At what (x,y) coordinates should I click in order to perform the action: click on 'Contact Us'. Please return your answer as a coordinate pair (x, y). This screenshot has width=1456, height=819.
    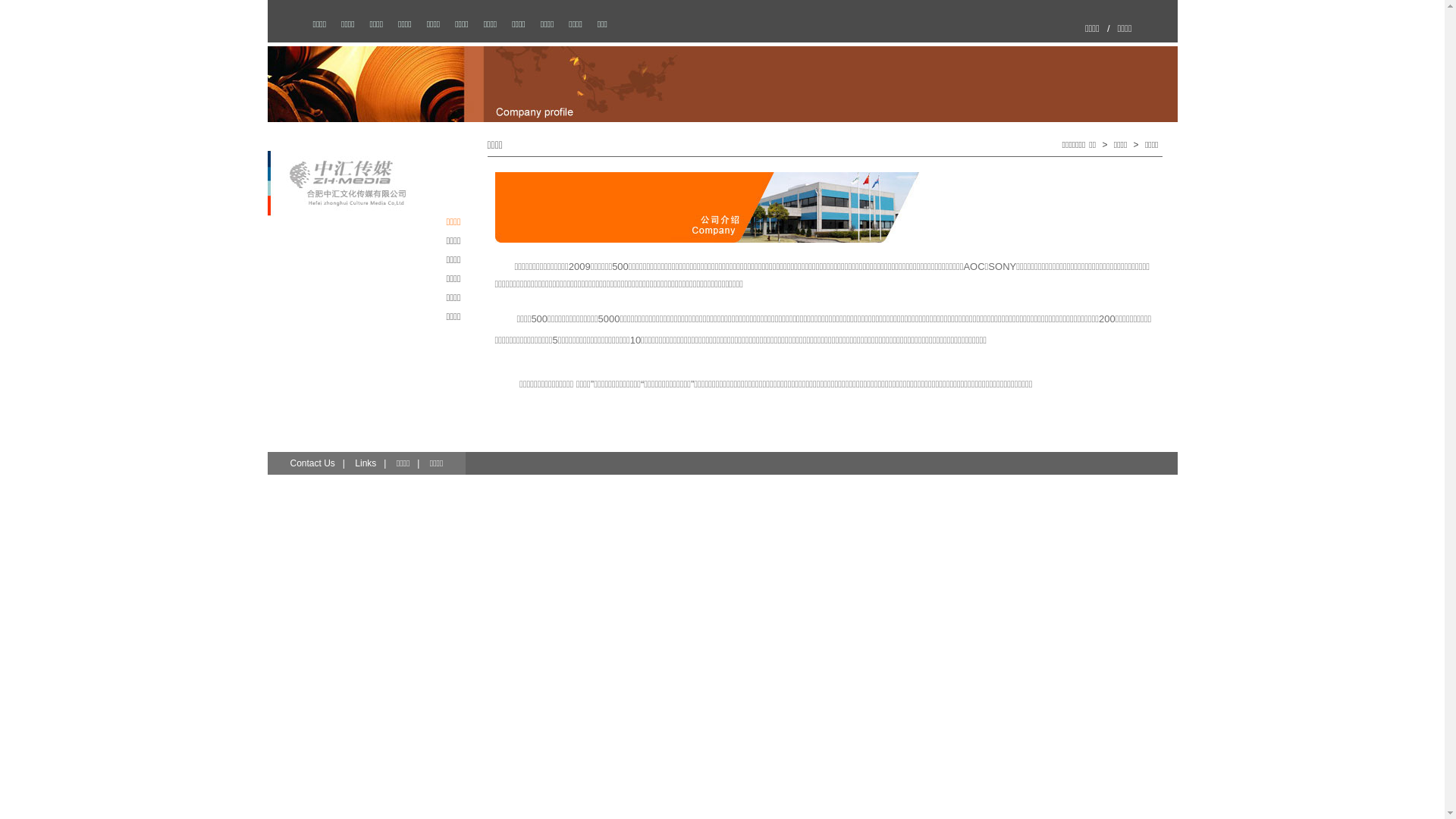
    Looking at the image, I should click on (311, 462).